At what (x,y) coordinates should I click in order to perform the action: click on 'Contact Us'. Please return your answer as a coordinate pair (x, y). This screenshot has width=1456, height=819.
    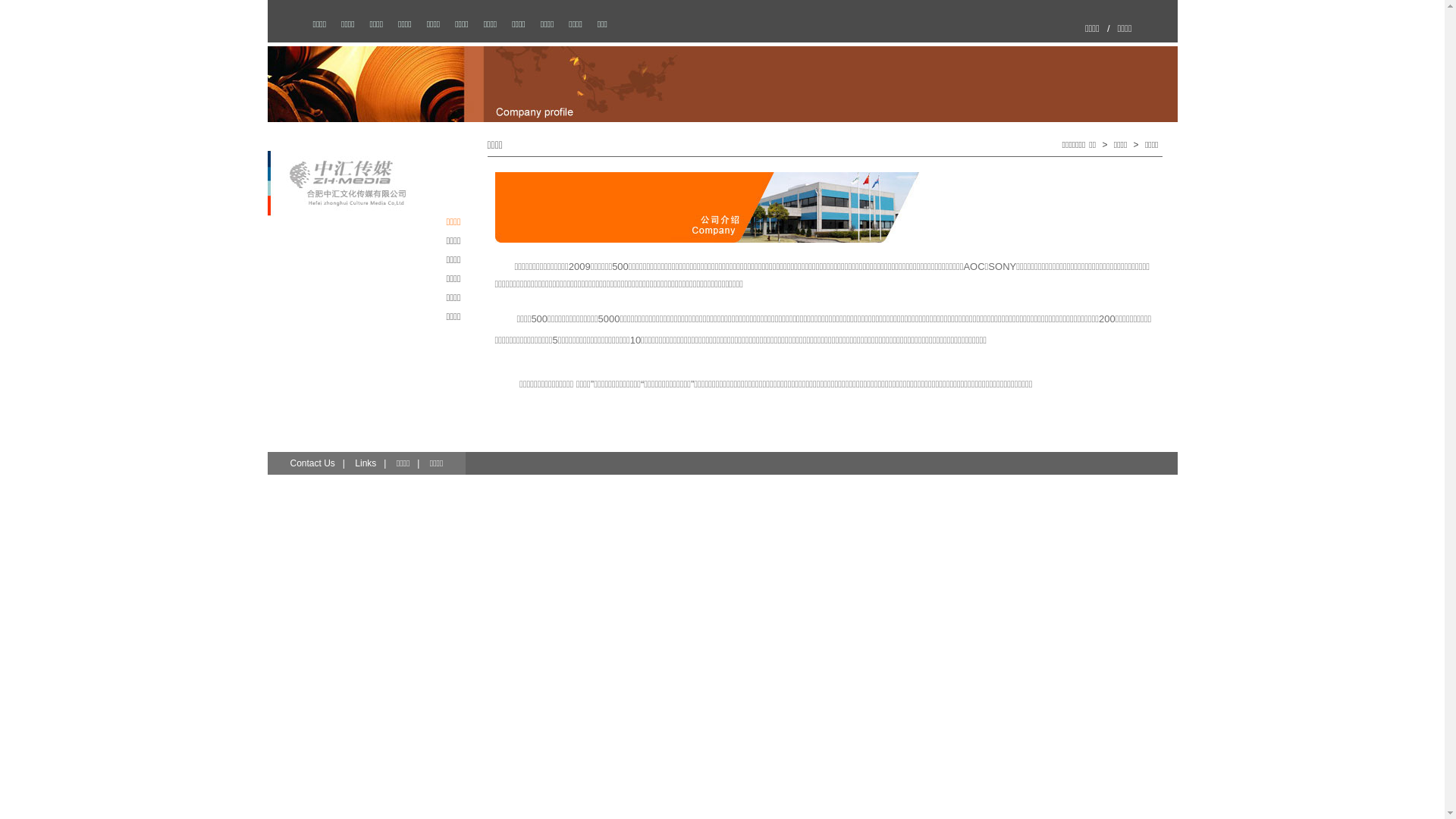
    Looking at the image, I should click on (311, 462).